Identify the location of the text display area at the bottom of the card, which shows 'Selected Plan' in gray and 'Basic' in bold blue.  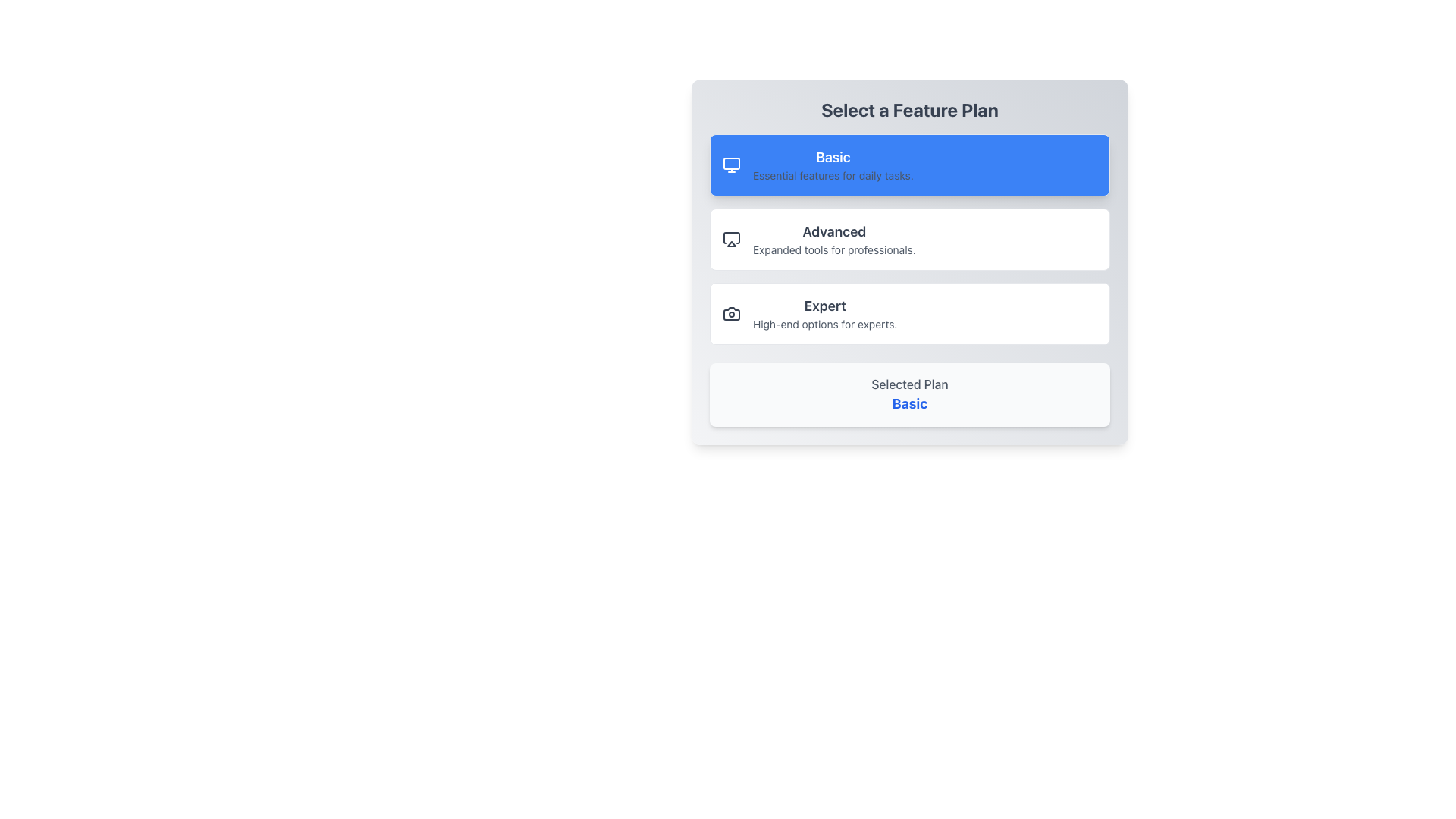
(910, 394).